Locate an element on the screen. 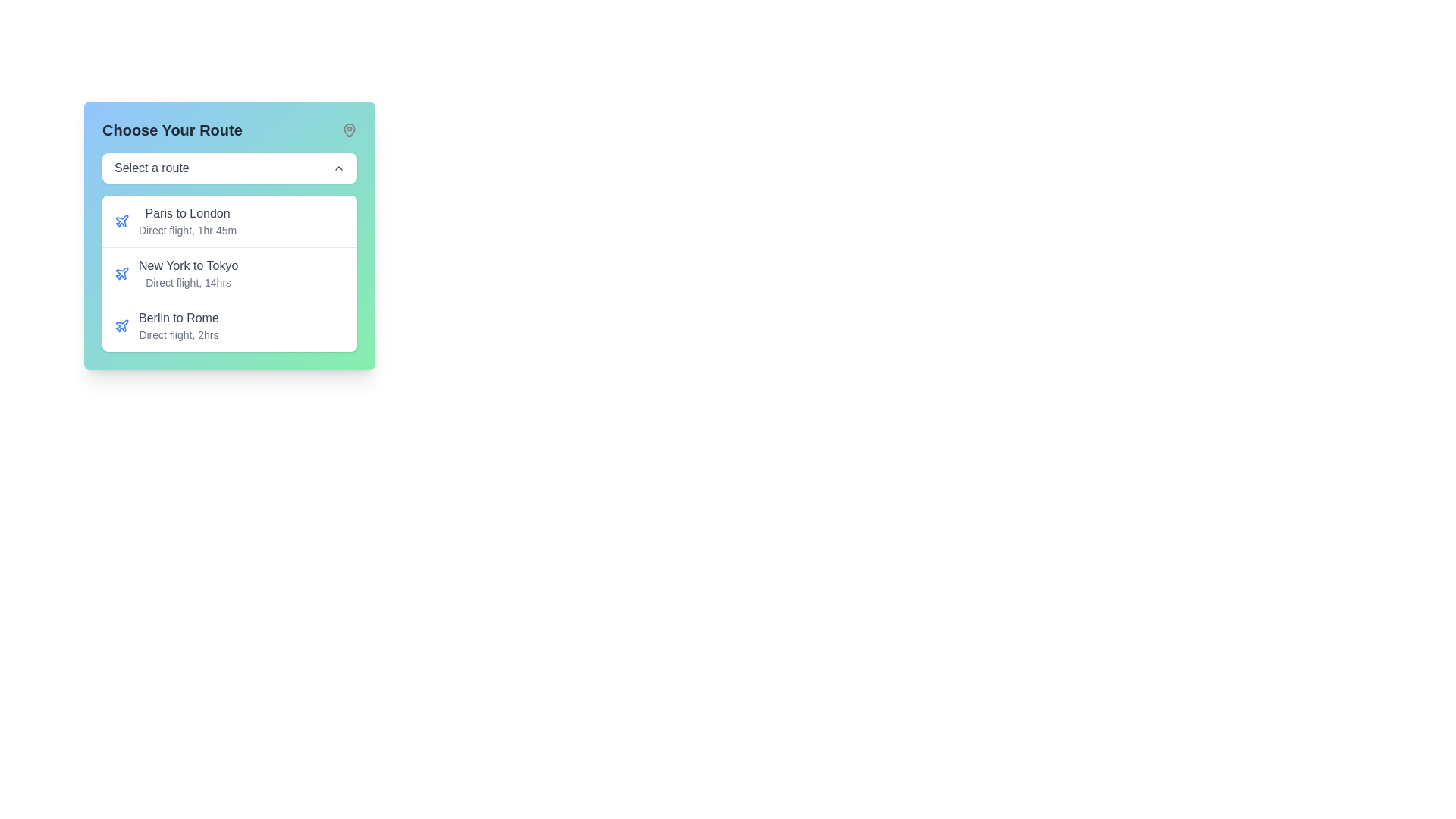 The image size is (1456, 819). the label indicating the dropdown menu for selecting a route, which is located to the left of the dropdown selector within the 'Choose Your Route' card interface is located at coordinates (152, 168).